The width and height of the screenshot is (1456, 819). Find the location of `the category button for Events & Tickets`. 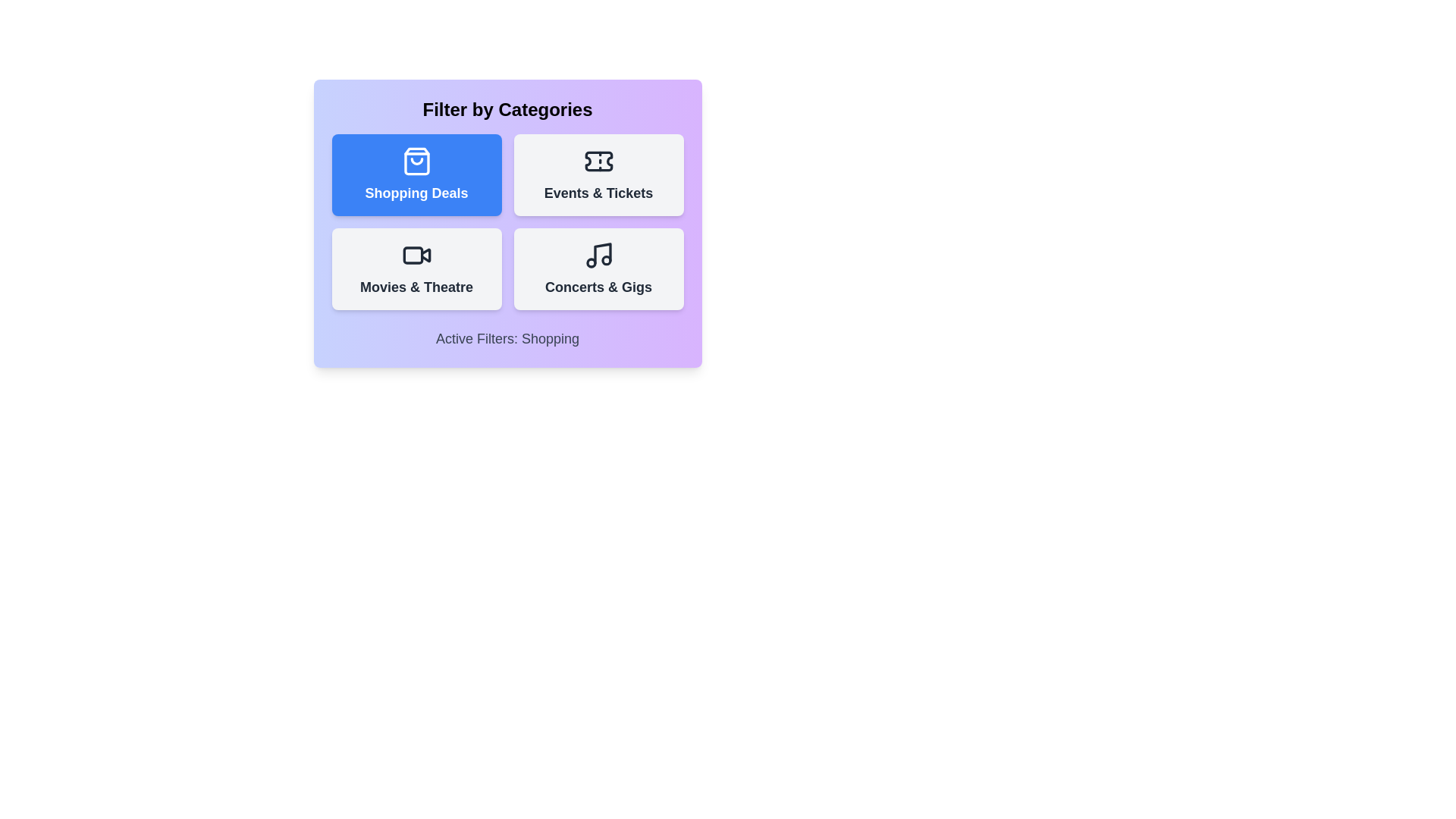

the category button for Events & Tickets is located at coordinates (598, 174).